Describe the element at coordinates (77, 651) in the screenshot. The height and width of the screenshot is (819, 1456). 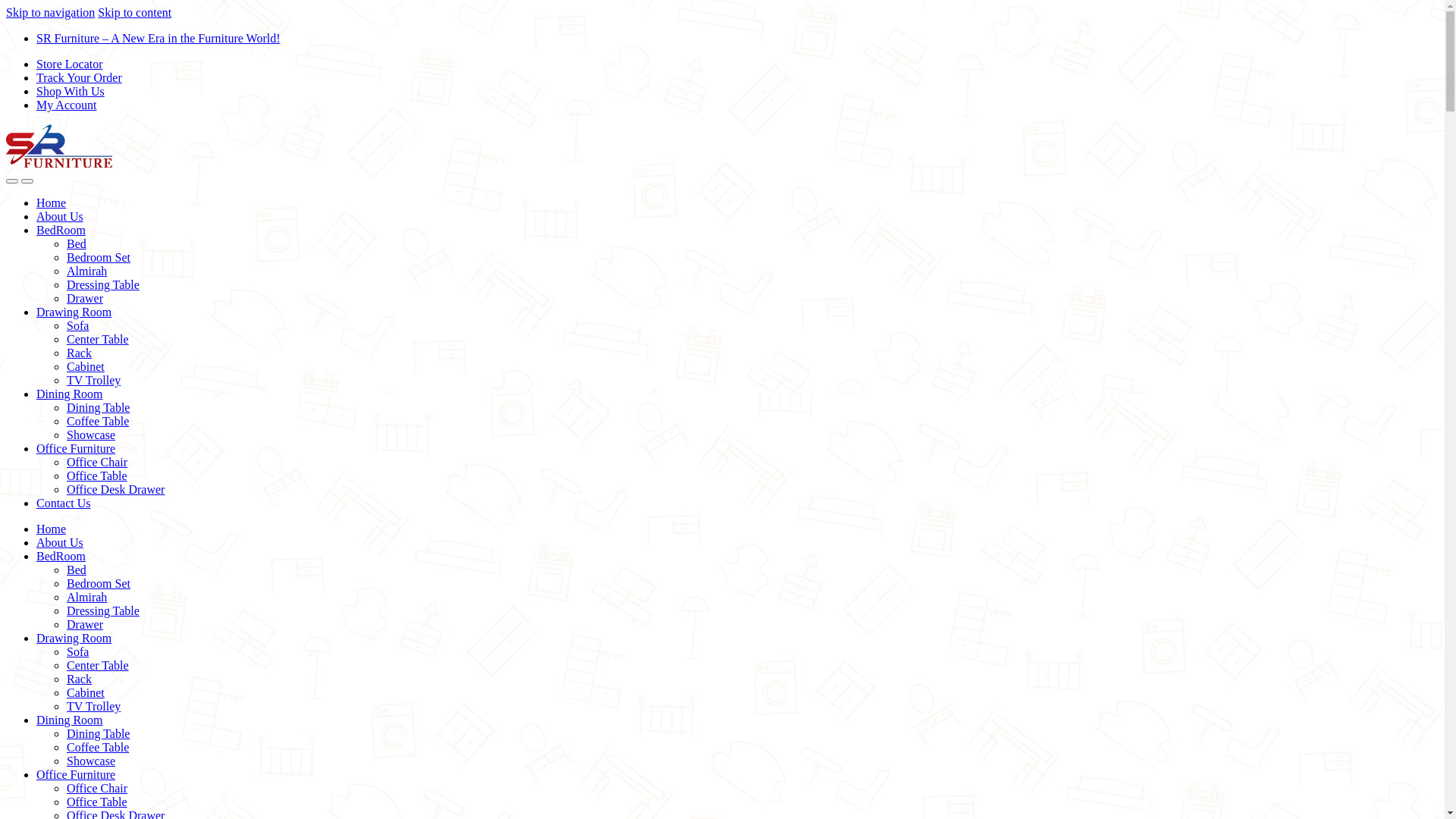
I see `'Sofa'` at that location.